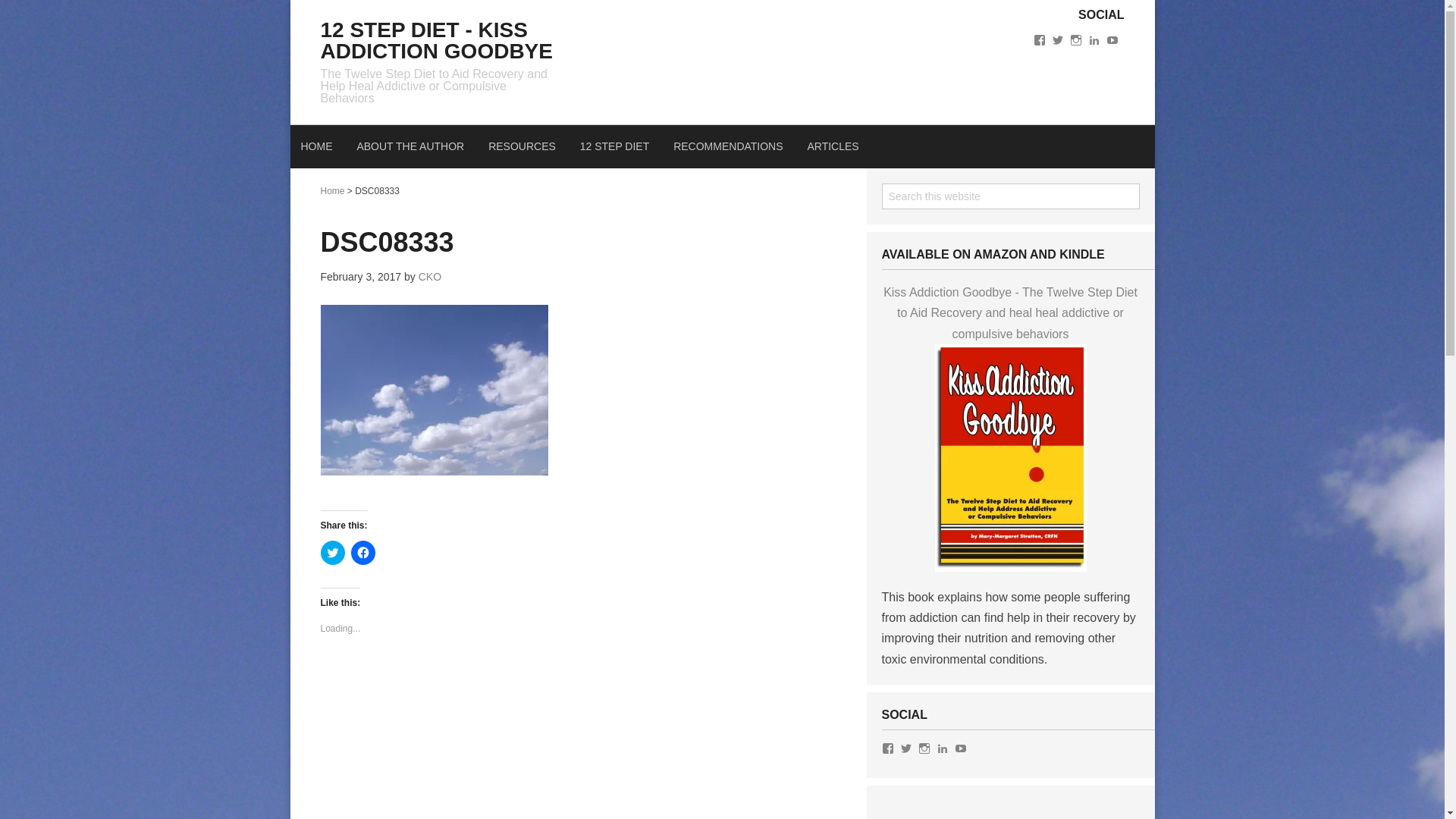  Describe the element at coordinates (1139, 182) in the screenshot. I see `'Search'` at that location.